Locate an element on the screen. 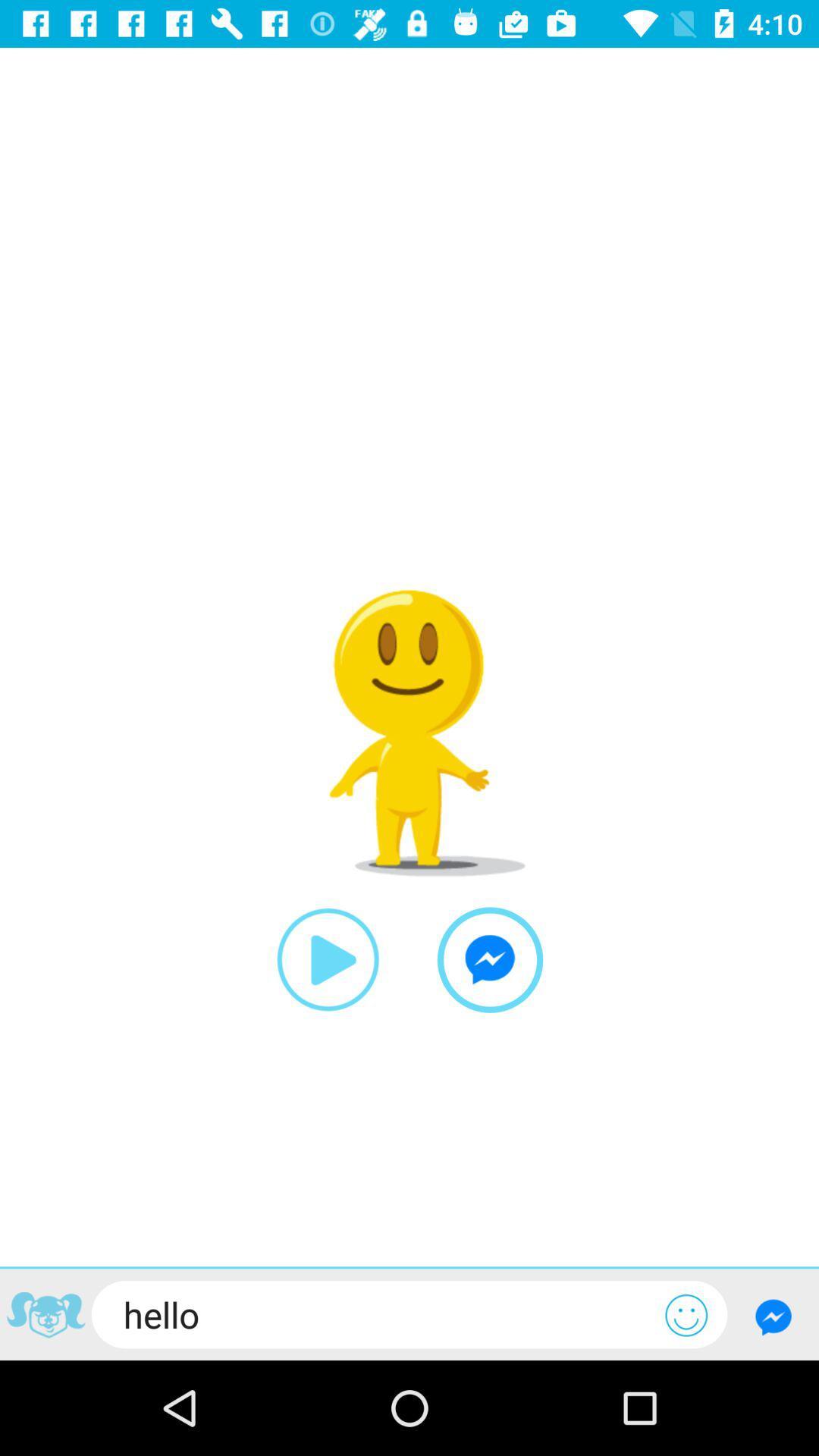  messenger is located at coordinates (773, 1316).